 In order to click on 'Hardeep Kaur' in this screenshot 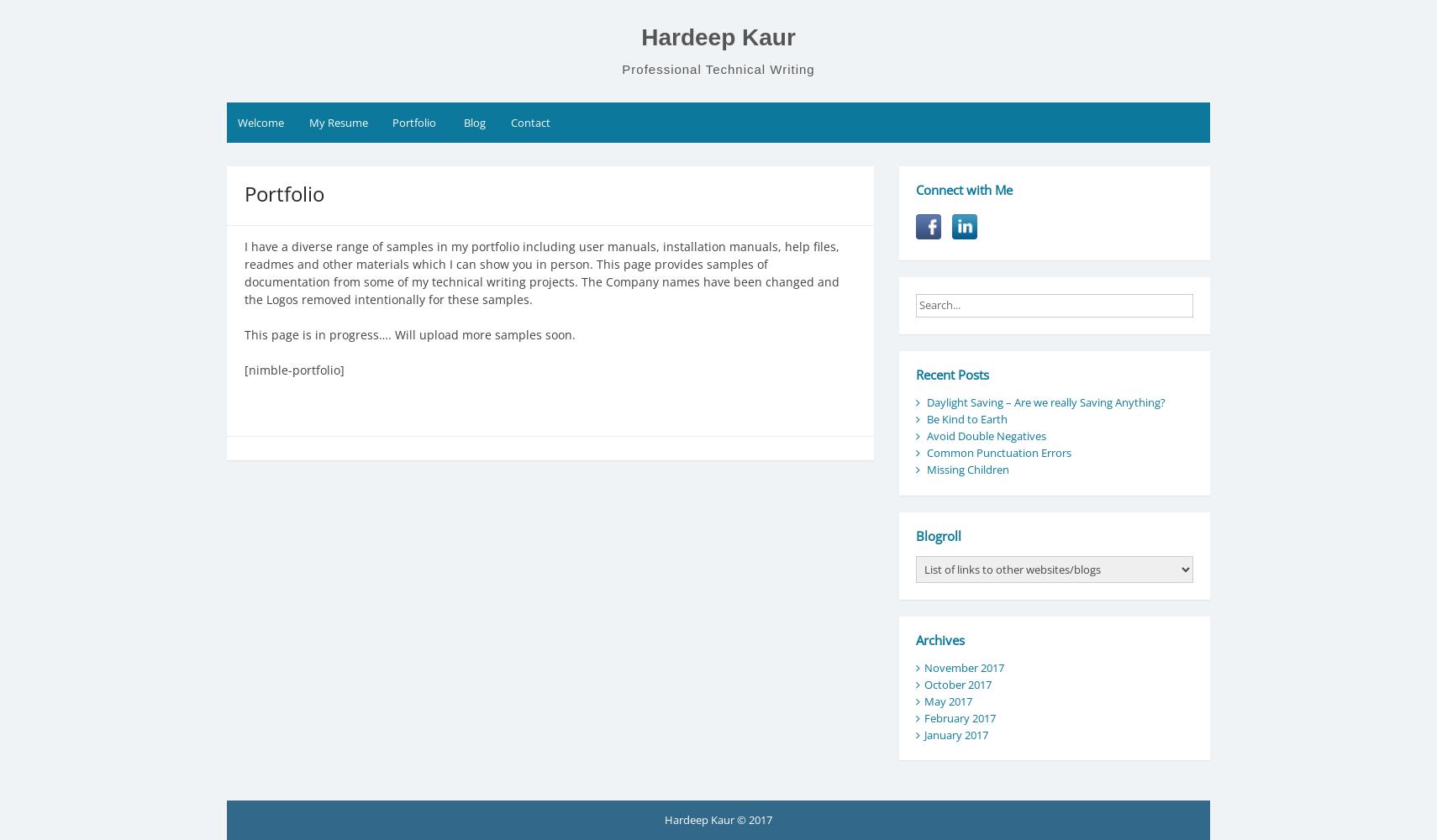, I will do `click(718, 37)`.